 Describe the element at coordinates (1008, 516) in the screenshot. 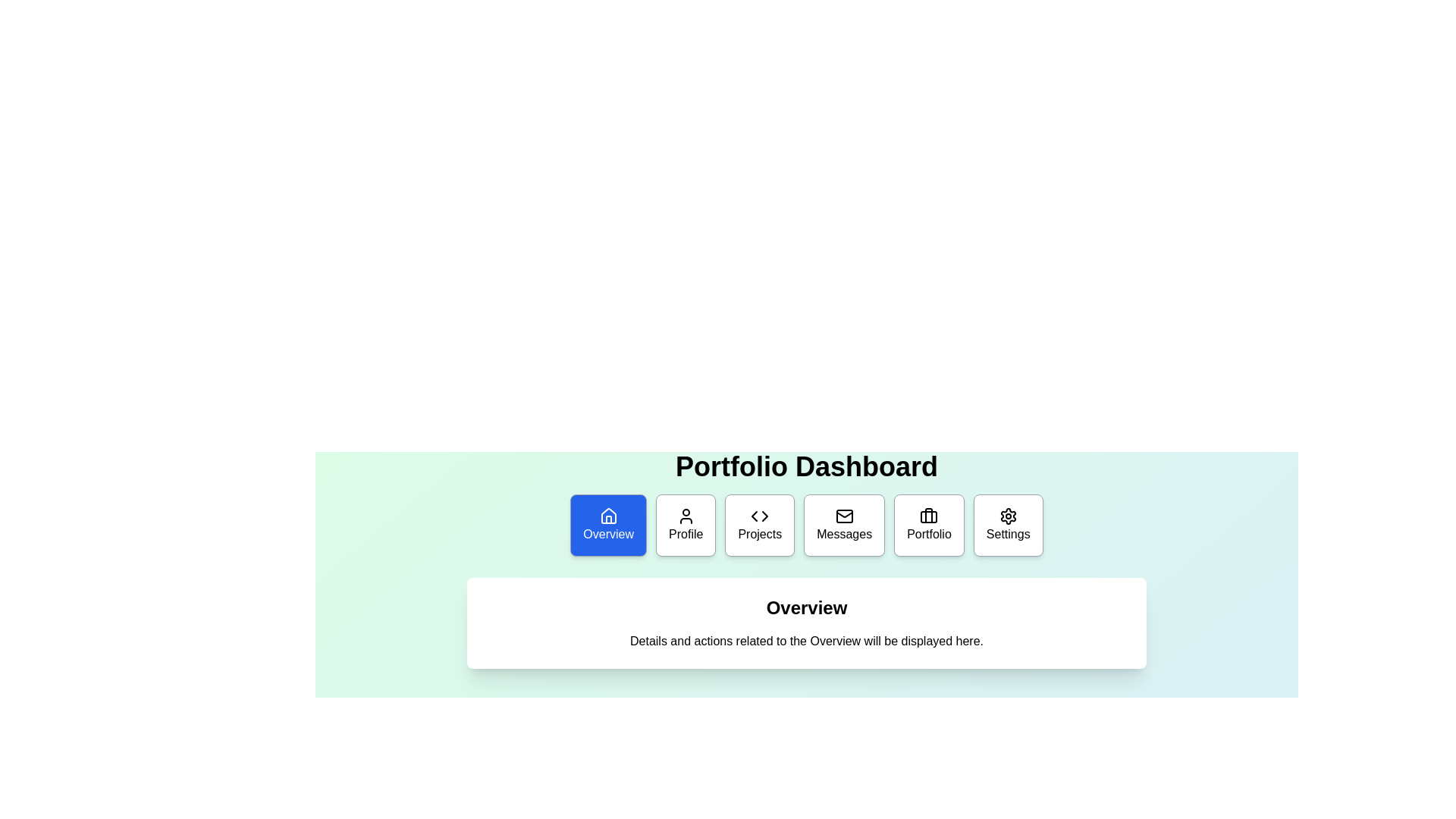

I see `the gear icon embedded within the 'Settings' button` at that location.